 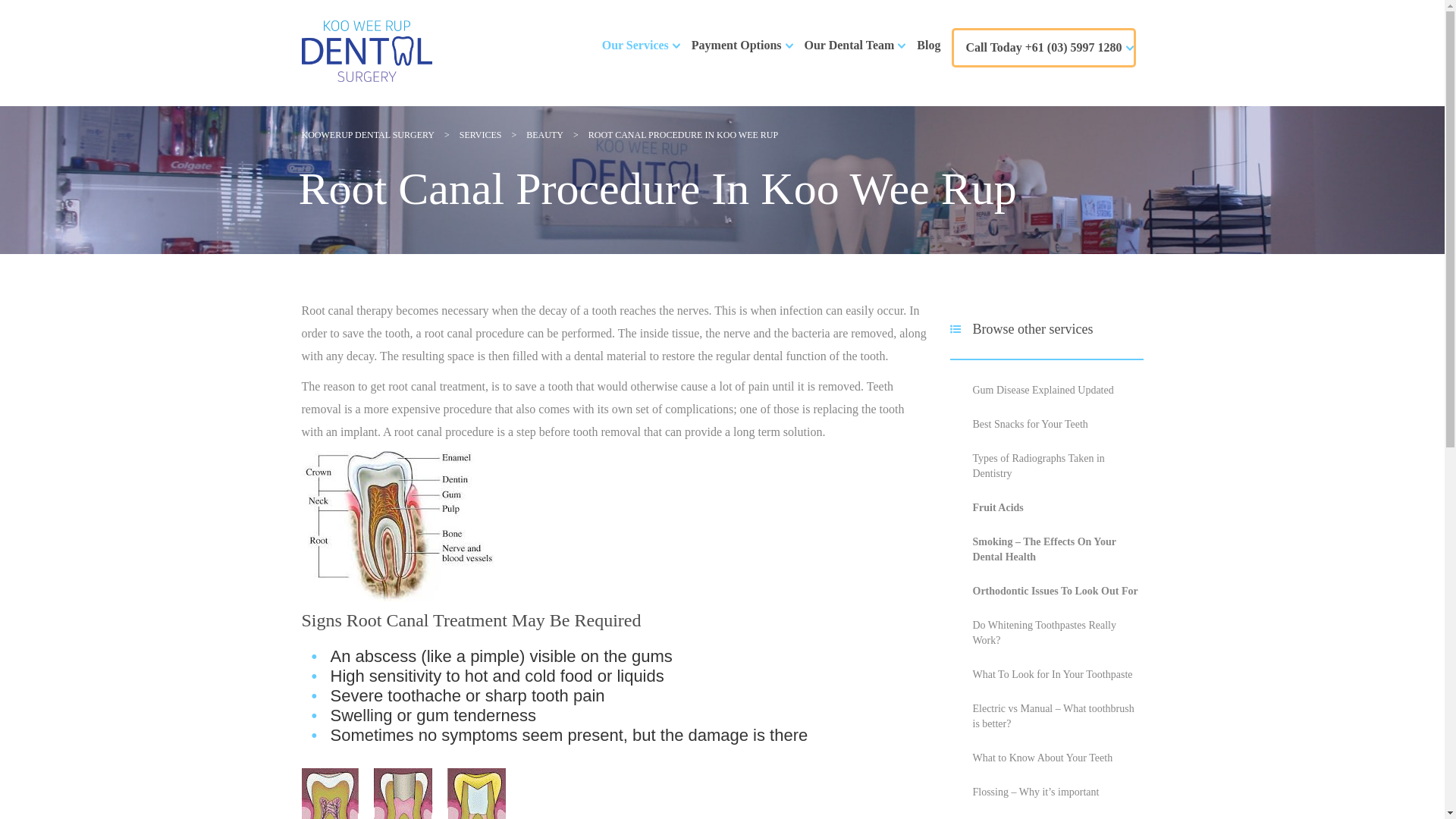 What do you see at coordinates (1030, 424) in the screenshot?
I see `'Best Snacks for Your Teeth'` at bounding box center [1030, 424].